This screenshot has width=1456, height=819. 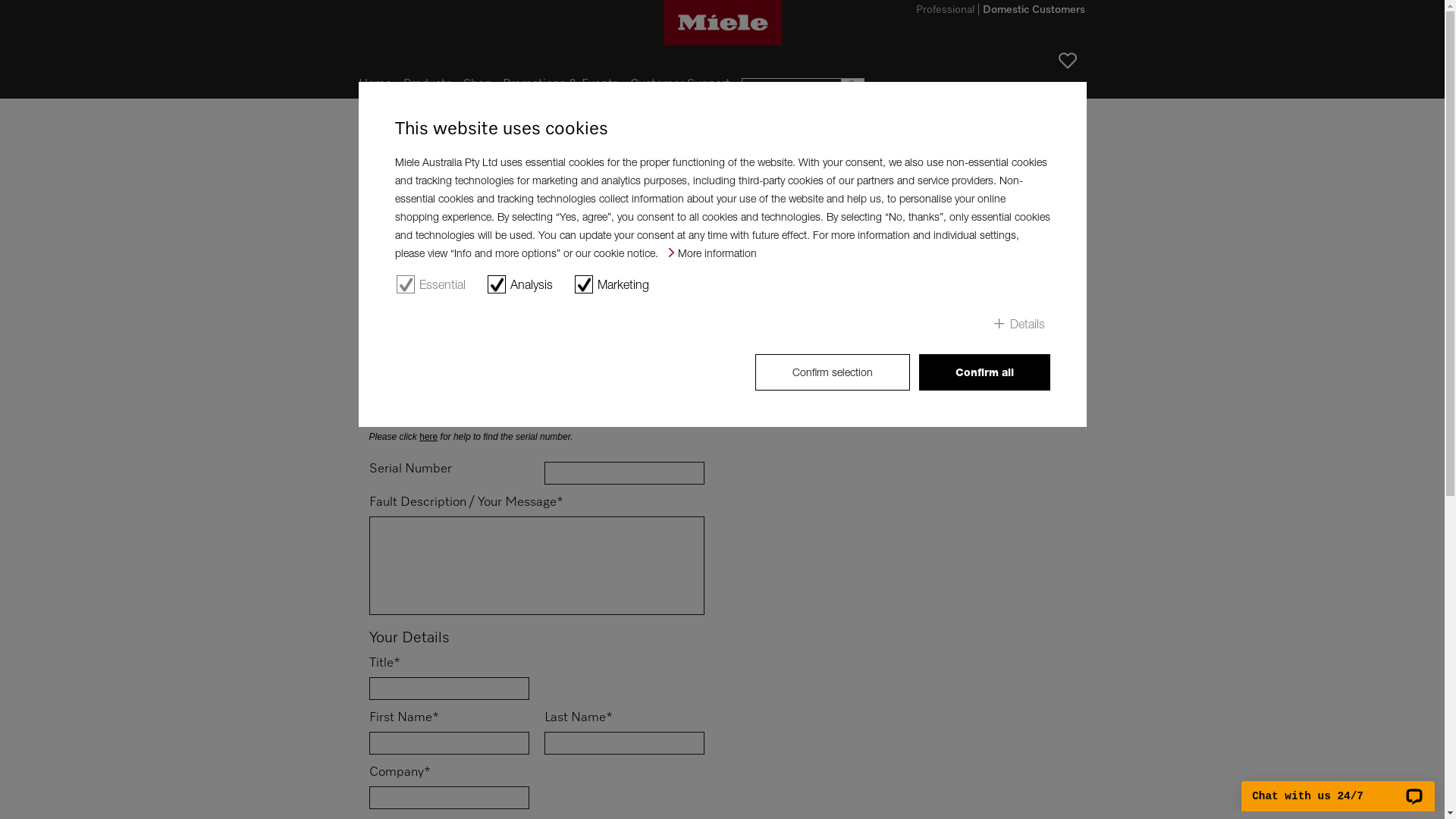 I want to click on 'Confirm all', so click(x=984, y=372).